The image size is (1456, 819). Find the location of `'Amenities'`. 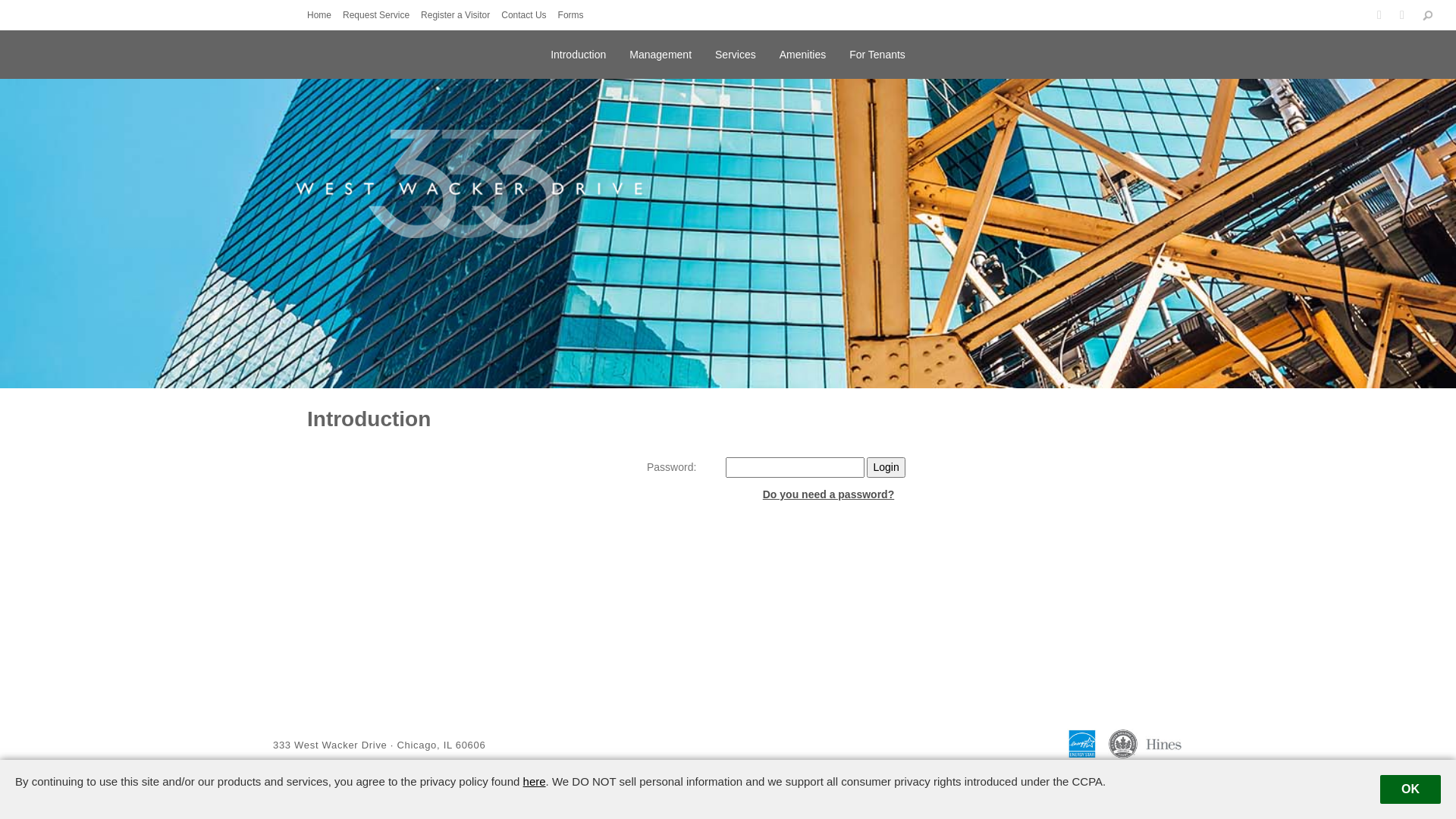

'Amenities' is located at coordinates (779, 52).